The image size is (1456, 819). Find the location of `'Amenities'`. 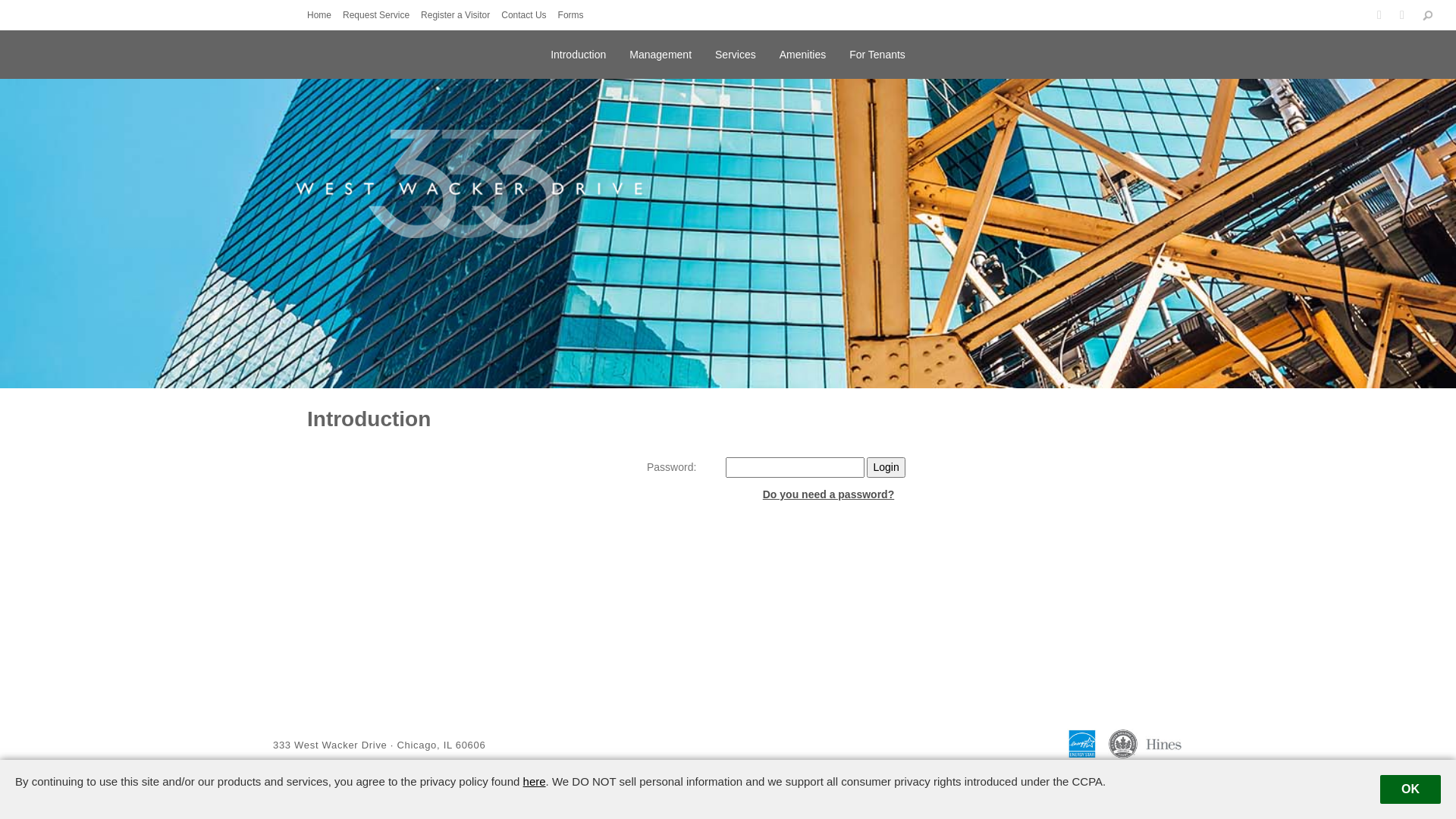

'Amenities' is located at coordinates (779, 52).